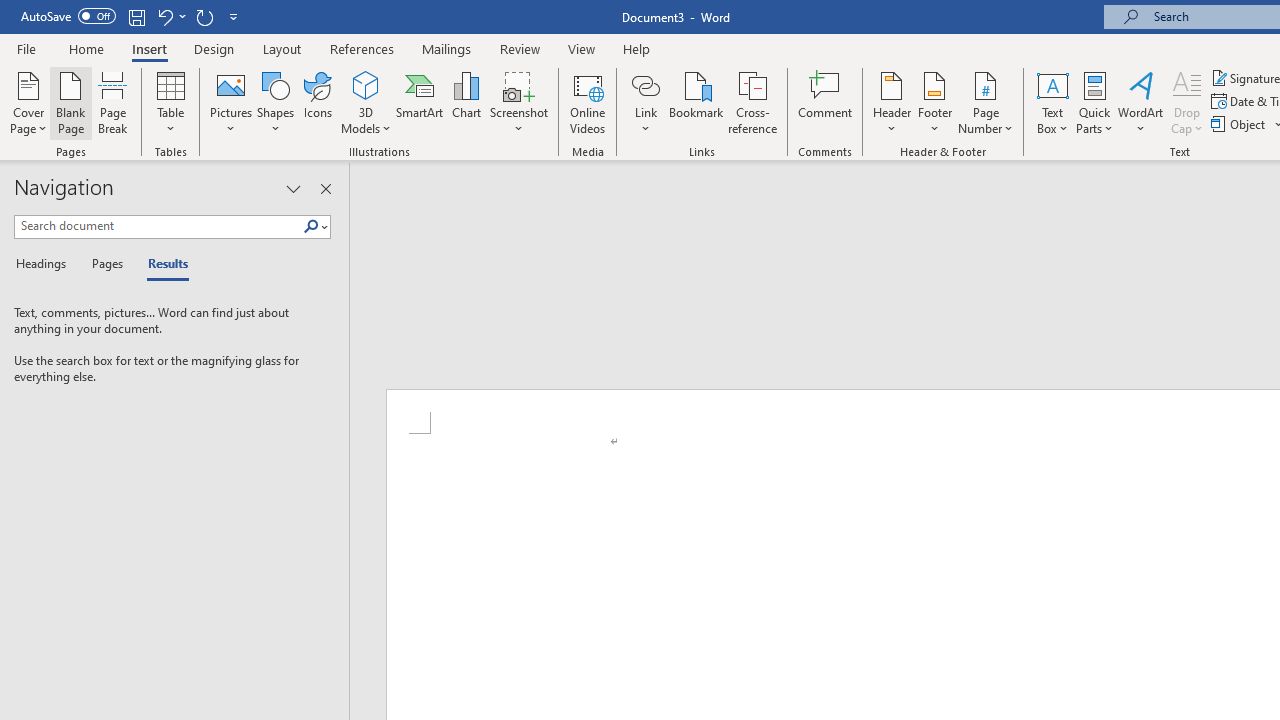 This screenshot has height=720, width=1280. Describe the element at coordinates (1239, 124) in the screenshot. I see `'Object...'` at that location.